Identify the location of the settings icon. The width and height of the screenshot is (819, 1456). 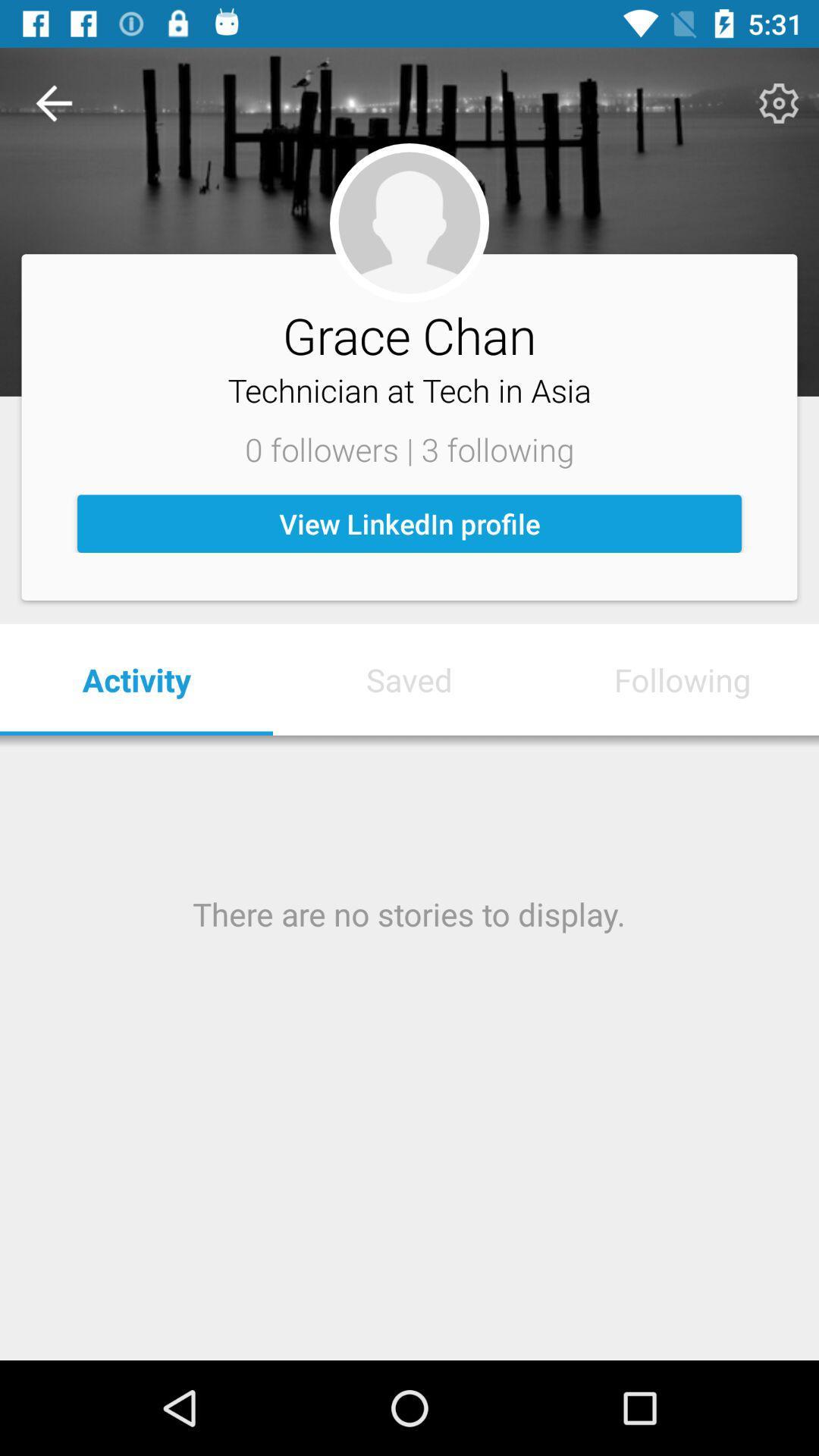
(777, 102).